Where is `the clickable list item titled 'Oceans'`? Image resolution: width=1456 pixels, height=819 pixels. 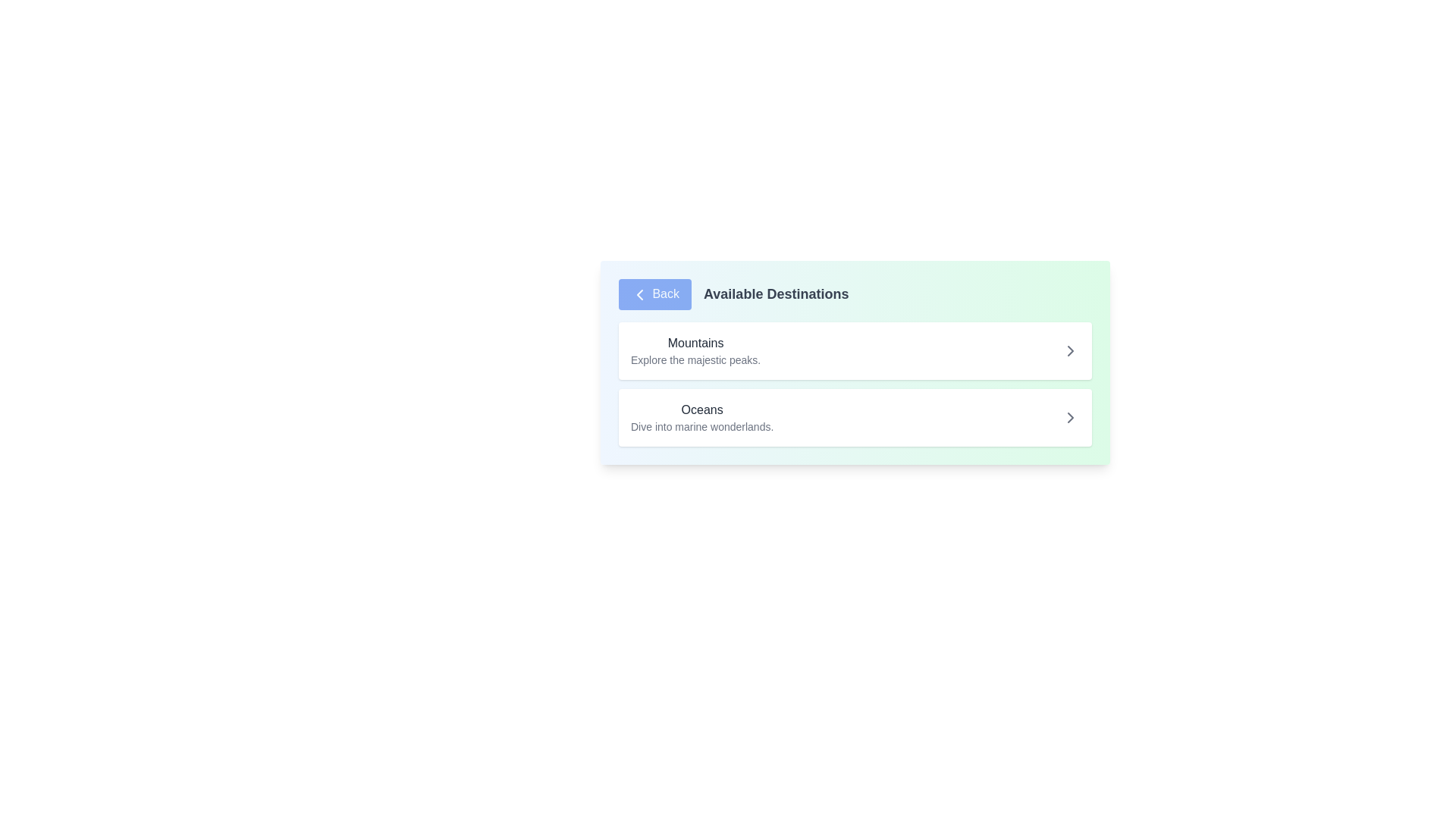 the clickable list item titled 'Oceans' is located at coordinates (701, 417).